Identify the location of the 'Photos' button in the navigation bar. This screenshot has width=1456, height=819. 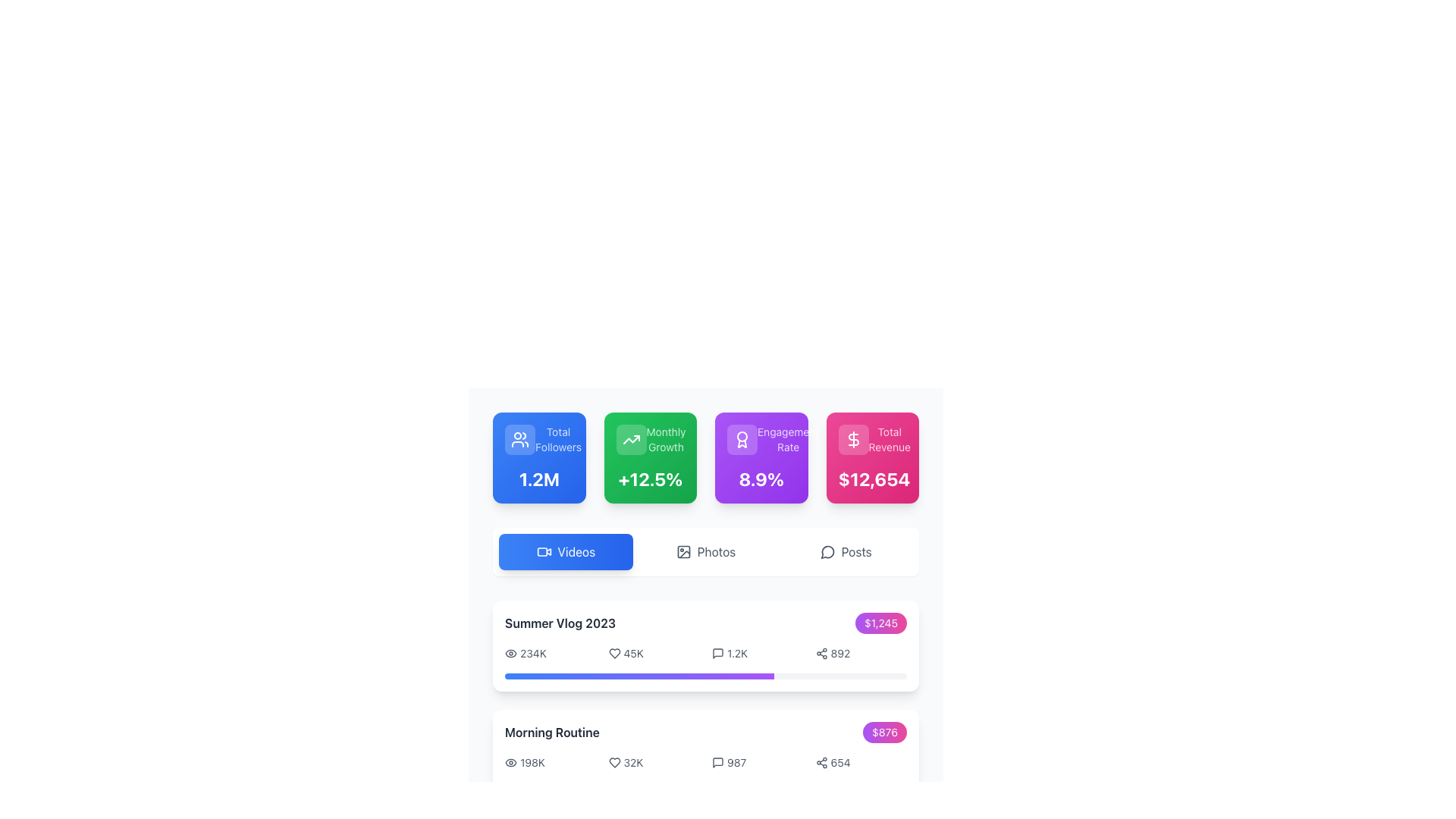
(705, 552).